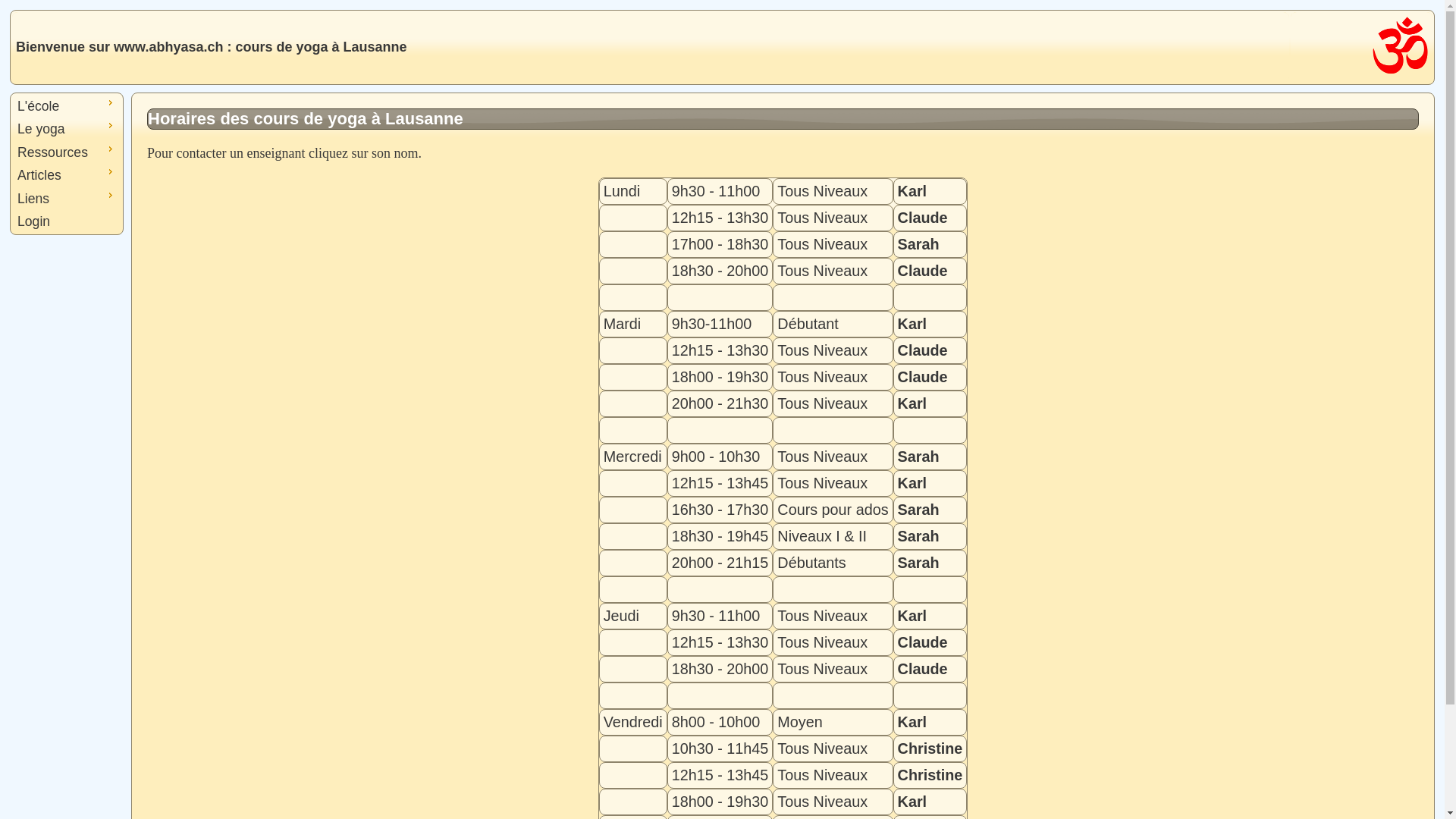 This screenshot has width=1456, height=819. What do you see at coordinates (898, 562) in the screenshot?
I see `'Sarah'` at bounding box center [898, 562].